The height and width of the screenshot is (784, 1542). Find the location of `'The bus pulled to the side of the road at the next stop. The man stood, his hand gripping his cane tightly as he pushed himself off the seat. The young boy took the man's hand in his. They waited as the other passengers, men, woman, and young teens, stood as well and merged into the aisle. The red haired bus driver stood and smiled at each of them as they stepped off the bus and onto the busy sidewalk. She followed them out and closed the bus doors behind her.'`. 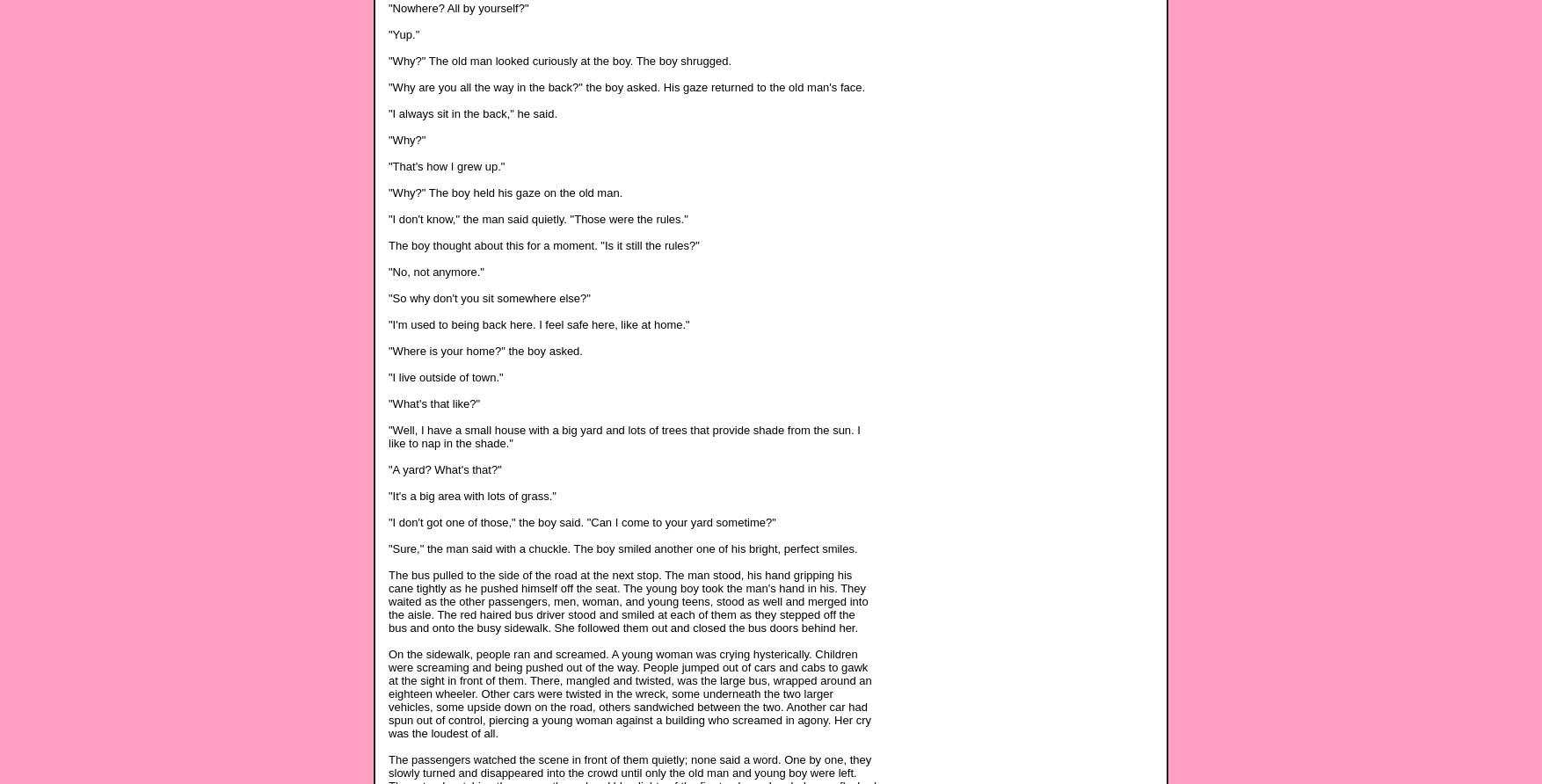

'The bus pulled to the side of the road at the next stop. The man stood, his hand gripping his cane tightly as he pushed himself off the seat. The young boy took the man's hand in his. They waited as the other passengers, men, woman, and young teens, stood as well and merged into the aisle. The red haired bus driver stood and smiled at each of them as they stepped off the bus and onto the busy sidewalk. She followed them out and closed the bus doors behind her.' is located at coordinates (628, 600).